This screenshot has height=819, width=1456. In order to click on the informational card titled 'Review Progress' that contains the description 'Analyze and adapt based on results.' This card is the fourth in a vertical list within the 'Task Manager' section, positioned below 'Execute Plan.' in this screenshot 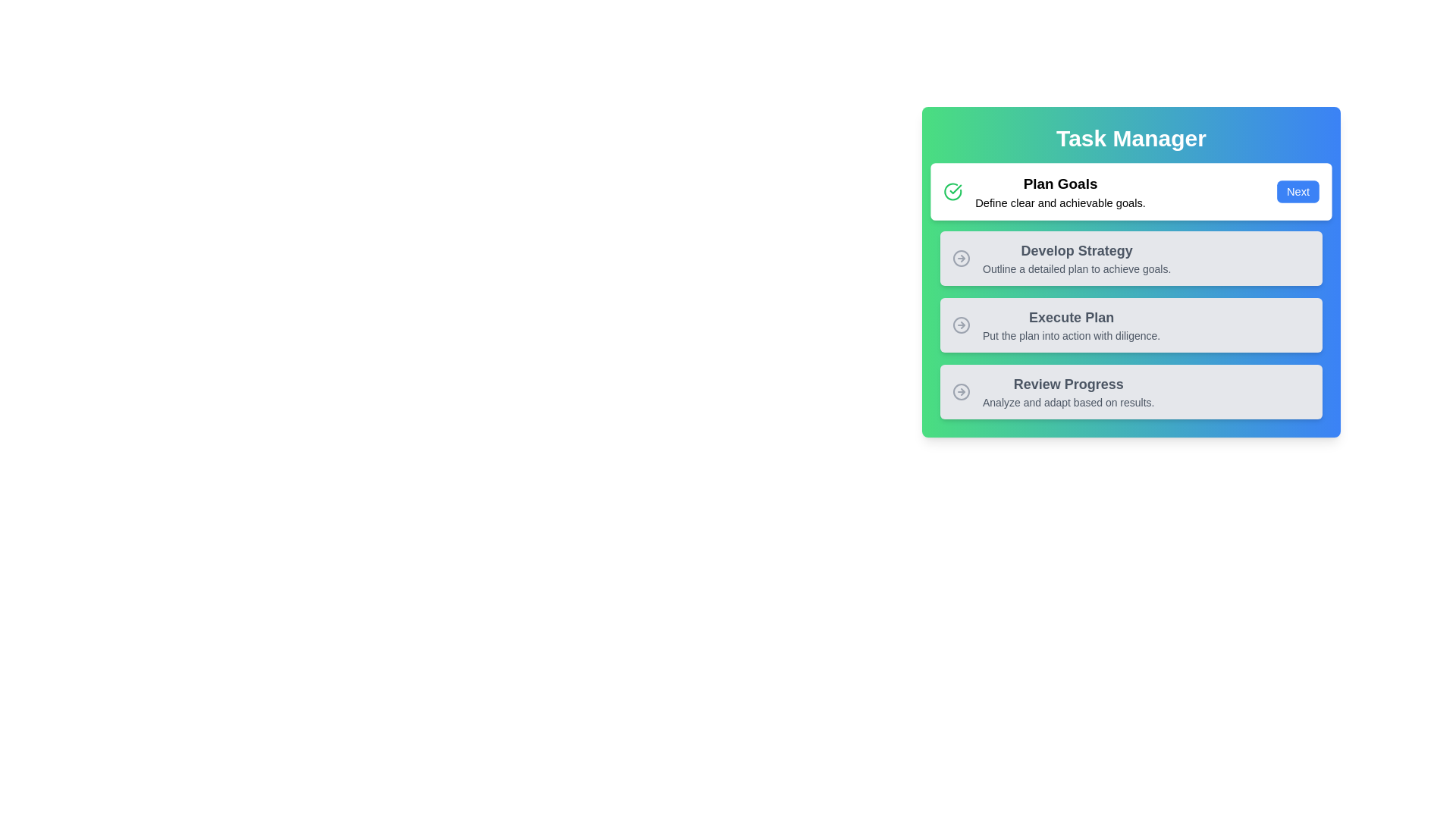, I will do `click(1131, 391)`.